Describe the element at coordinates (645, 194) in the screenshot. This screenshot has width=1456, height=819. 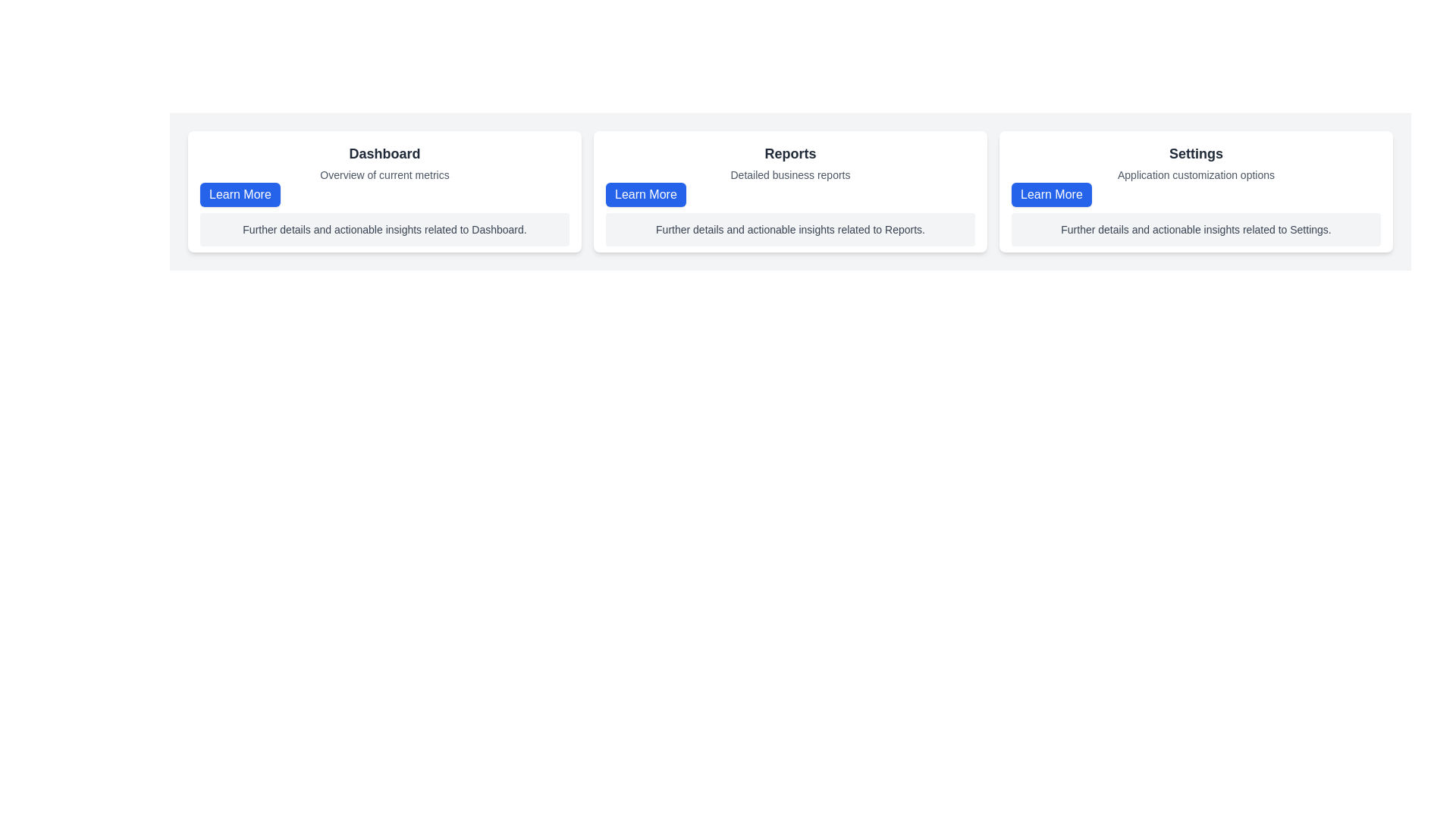
I see `the 'Learn More' button, which is a vivid blue rectangular button with rounded corners located at the bottom left corner of the 'Reports' card` at that location.